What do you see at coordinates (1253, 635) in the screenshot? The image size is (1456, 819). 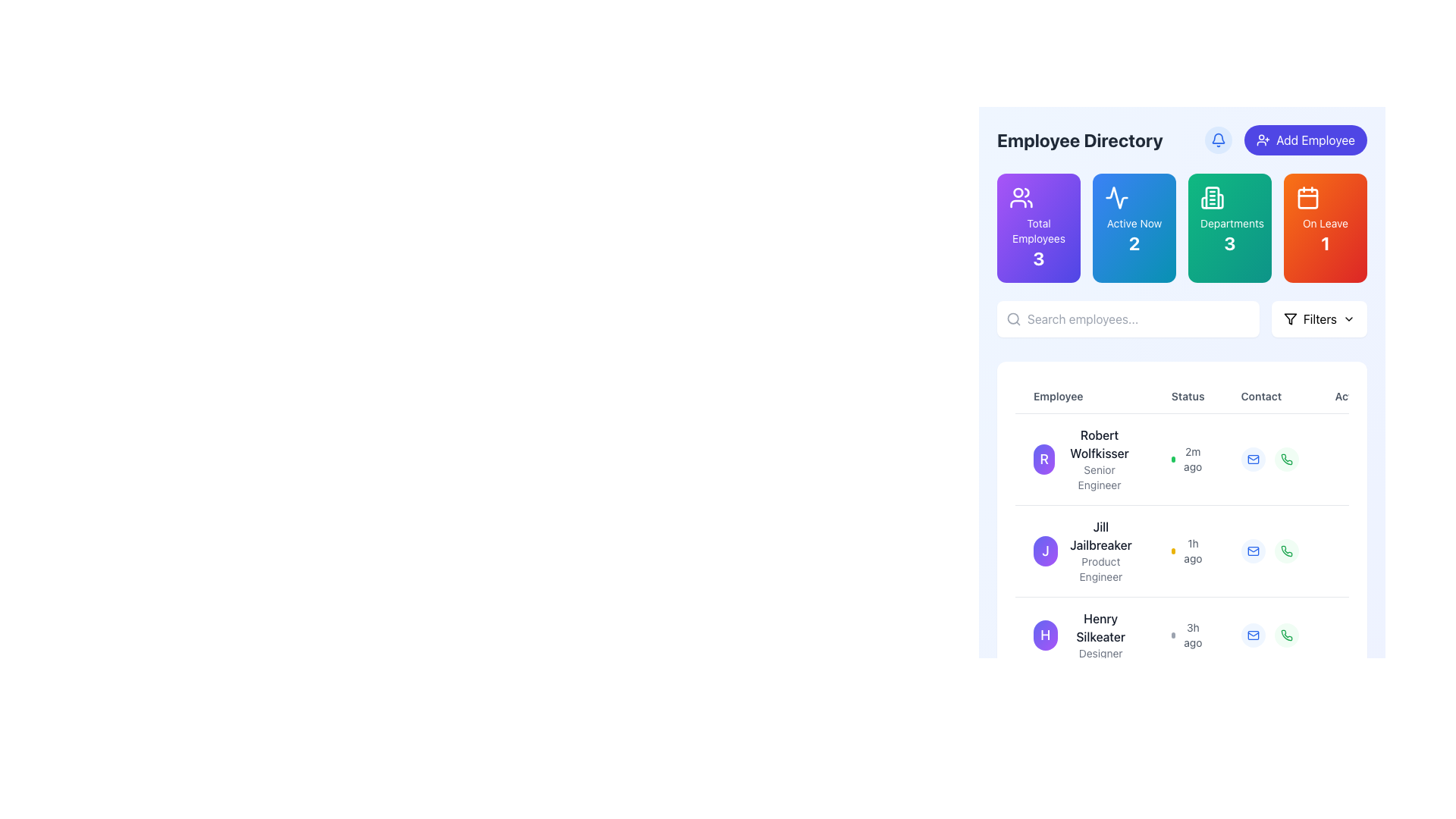 I see `the interactive button in the 'Contact' column associated with 'Henry Silkeater'` at bounding box center [1253, 635].